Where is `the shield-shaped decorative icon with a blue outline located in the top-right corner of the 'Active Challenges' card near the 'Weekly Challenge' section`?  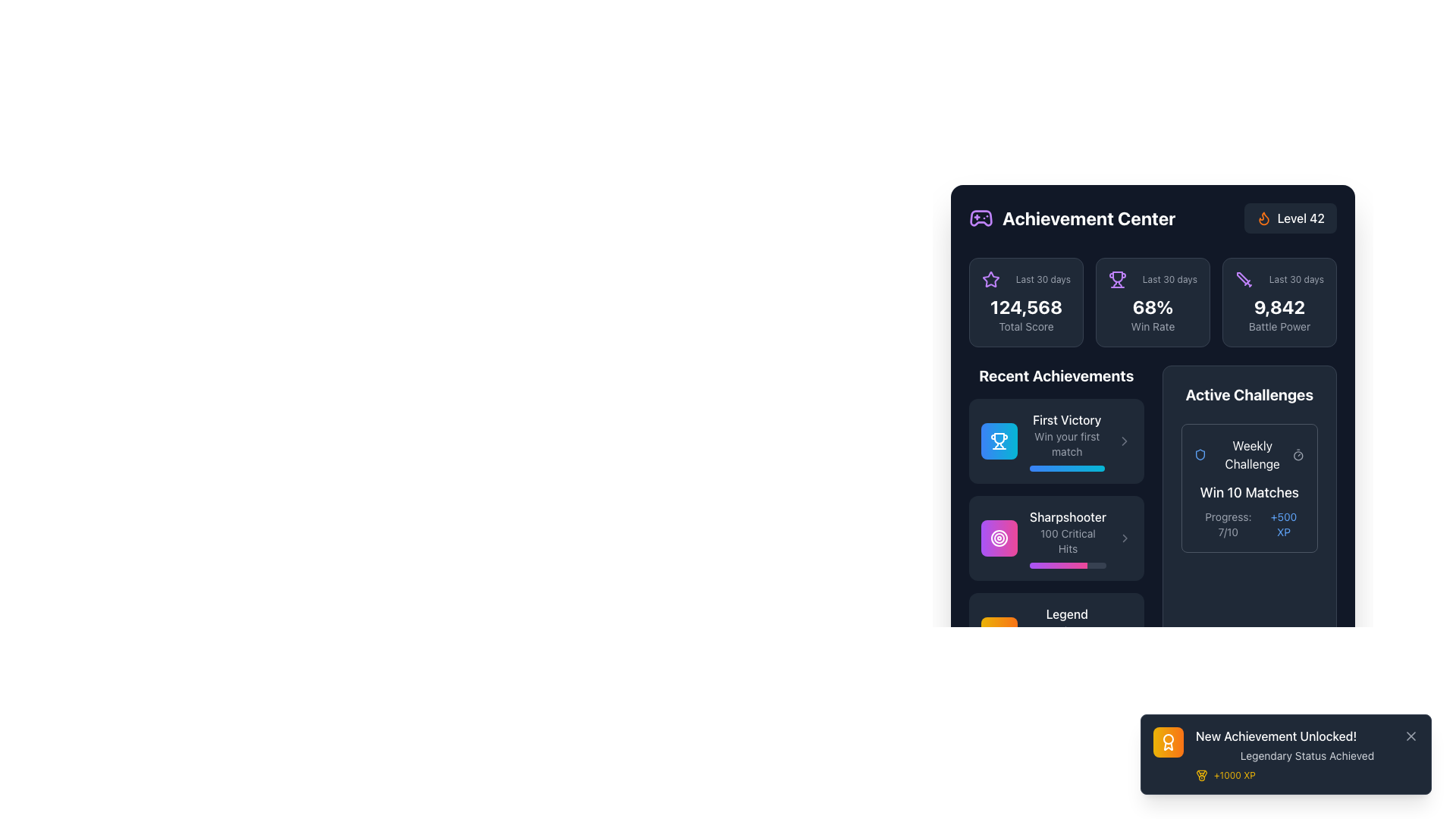 the shield-shaped decorative icon with a blue outline located in the top-right corner of the 'Active Challenges' card near the 'Weekly Challenge' section is located at coordinates (1199, 454).